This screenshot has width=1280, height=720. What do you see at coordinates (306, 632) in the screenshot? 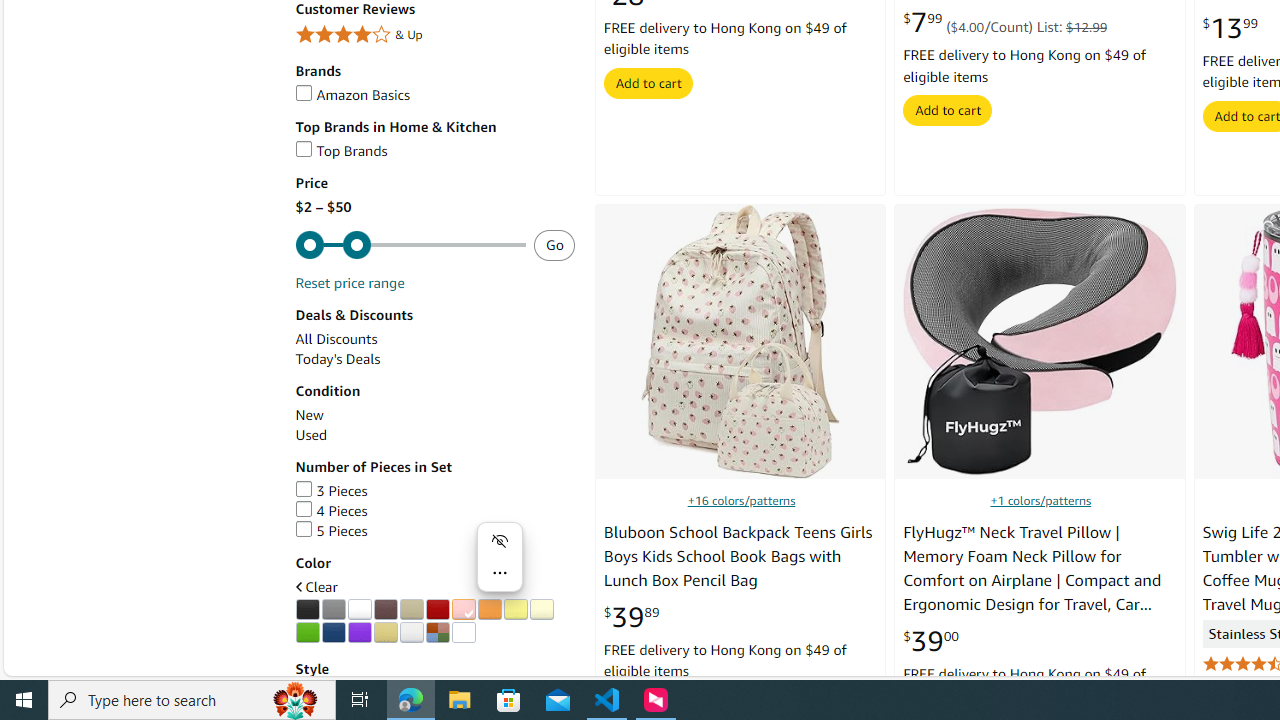
I see `'Green'` at bounding box center [306, 632].